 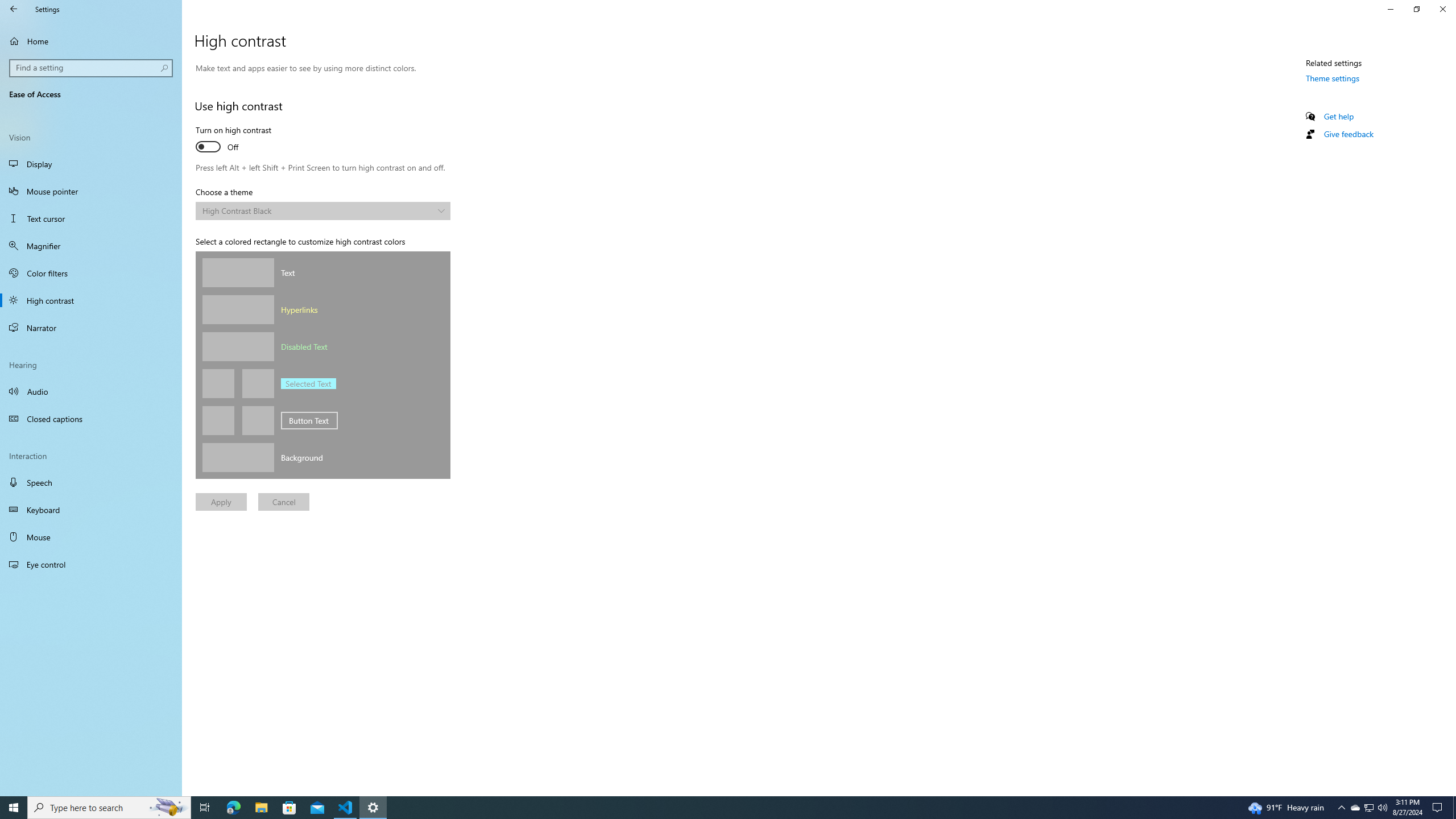 What do you see at coordinates (90, 327) in the screenshot?
I see `'Narrator'` at bounding box center [90, 327].